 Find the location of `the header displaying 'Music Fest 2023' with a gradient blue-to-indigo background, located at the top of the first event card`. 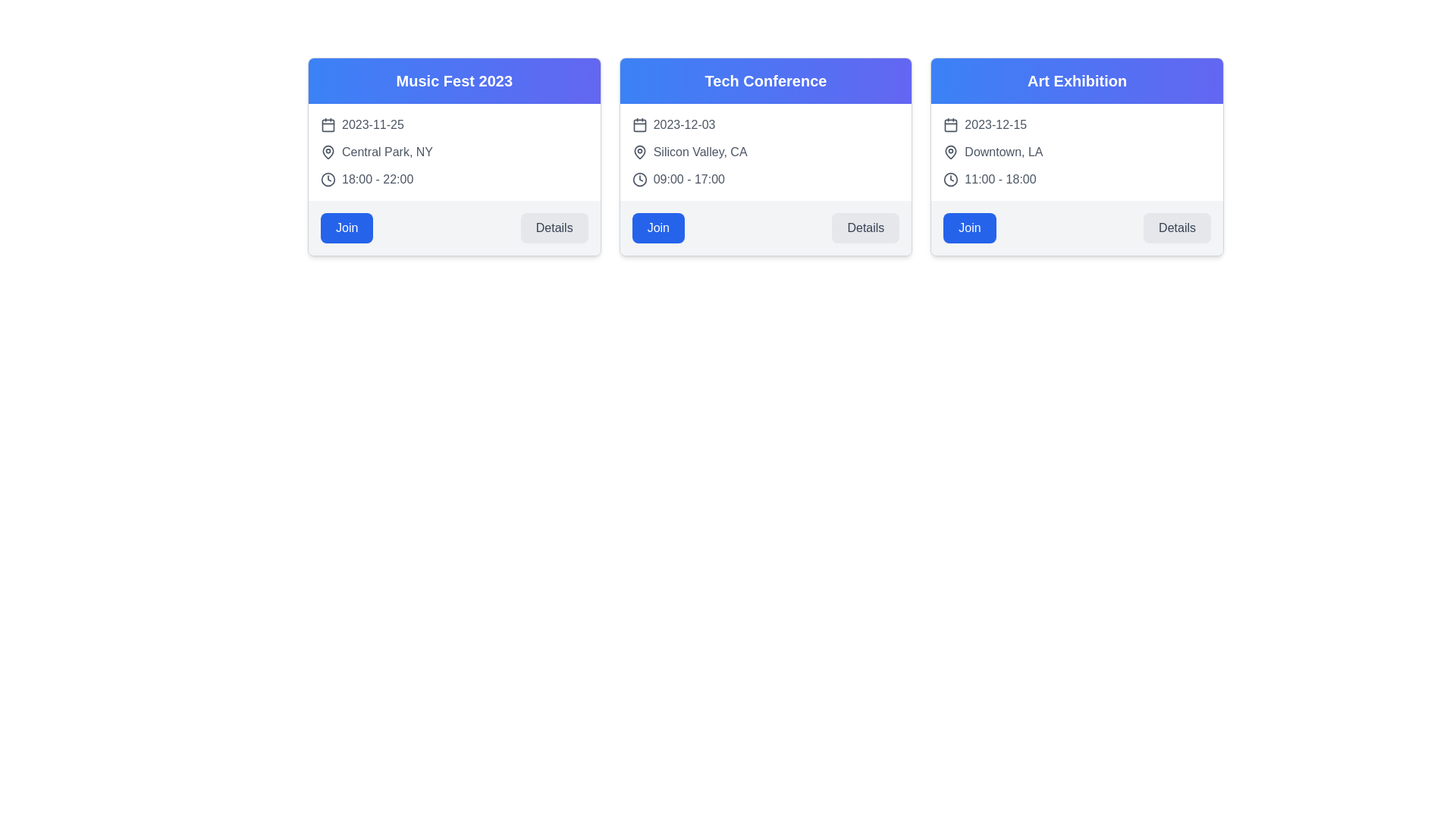

the header displaying 'Music Fest 2023' with a gradient blue-to-indigo background, located at the top of the first event card is located at coordinates (453, 81).